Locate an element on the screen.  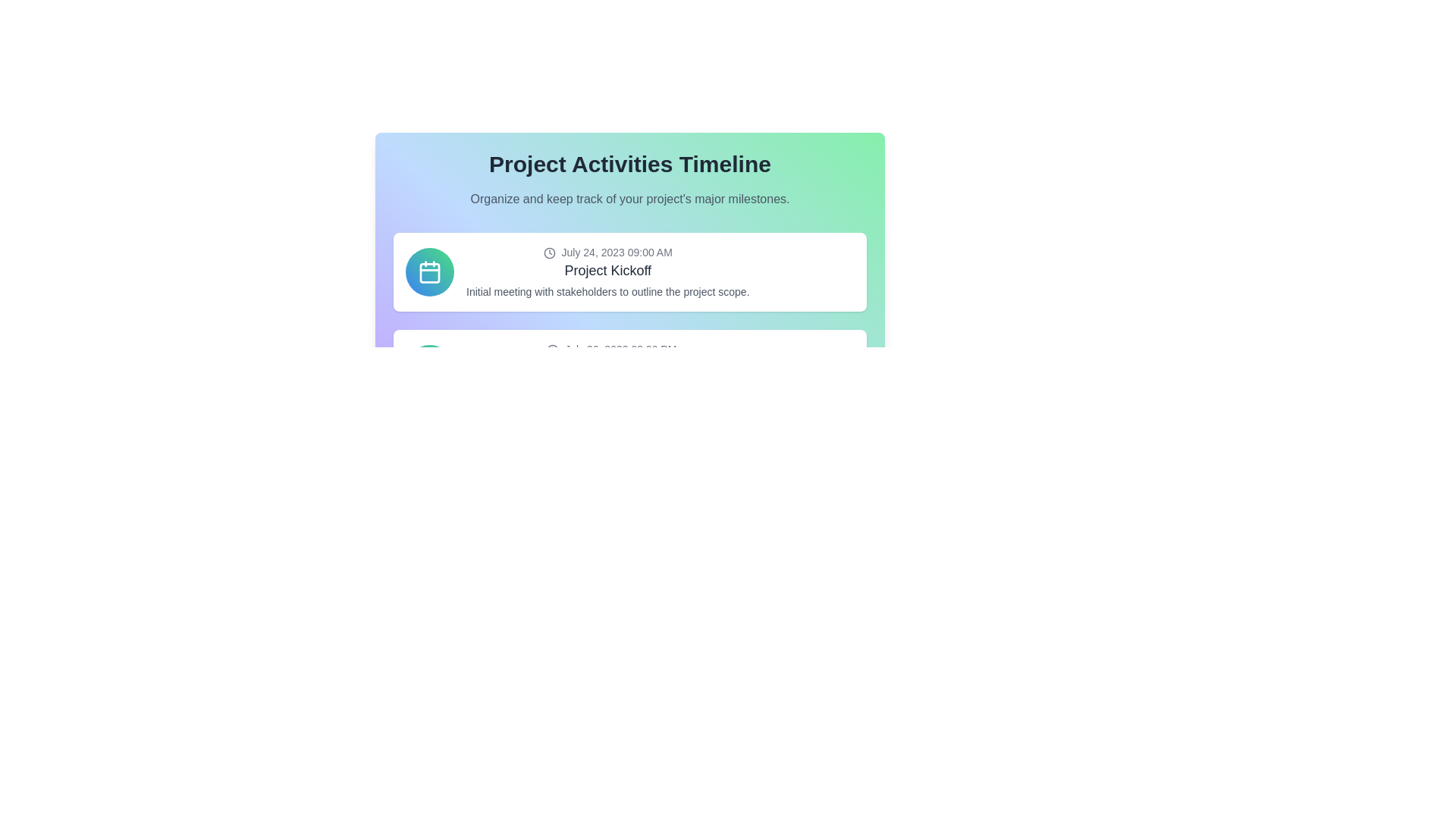
the text label that serves as the title for the project activities timeline, located near the top-center of the interface is located at coordinates (629, 164).